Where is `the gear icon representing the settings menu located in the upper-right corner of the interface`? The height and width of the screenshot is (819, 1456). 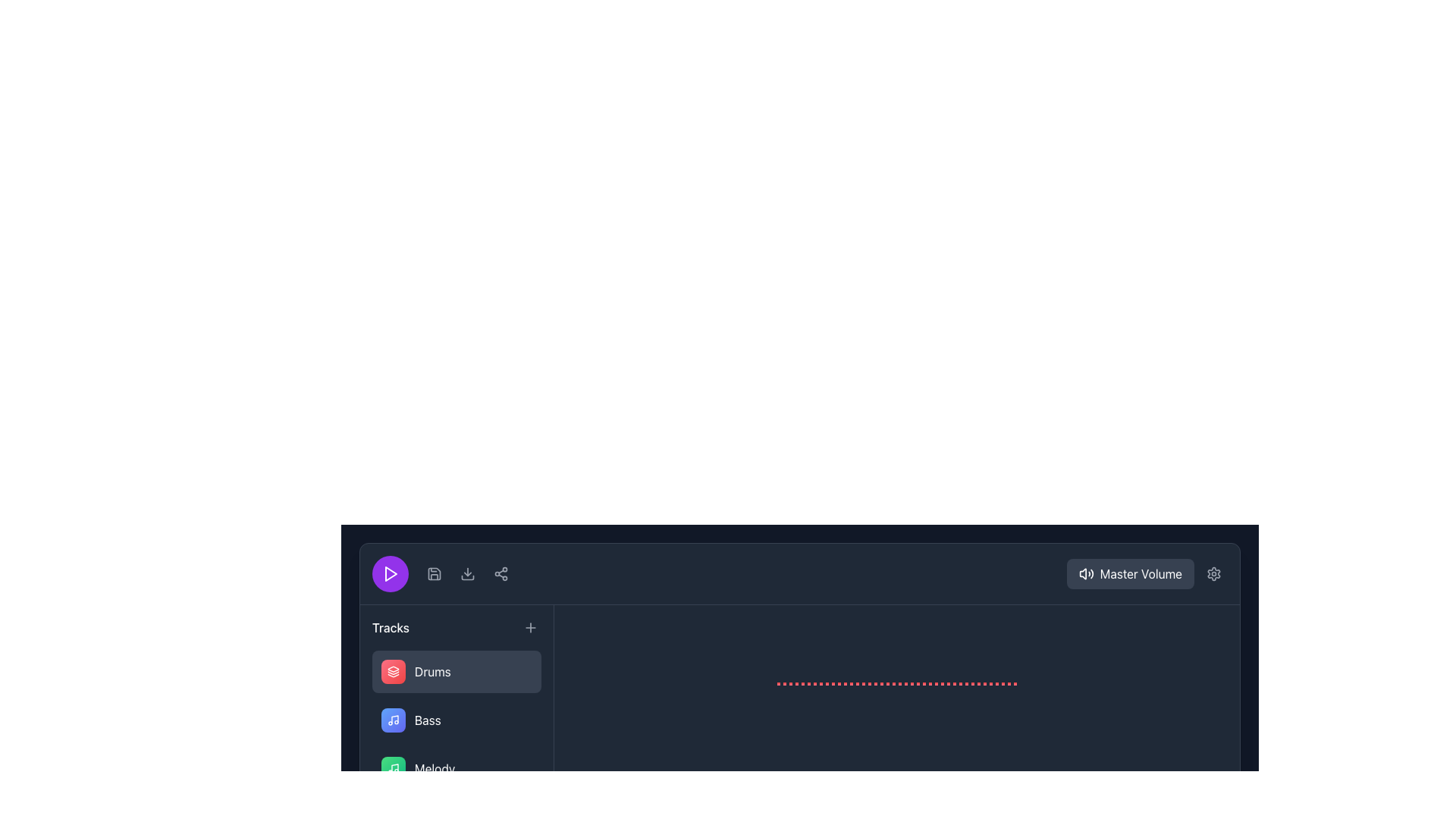
the gear icon representing the settings menu located in the upper-right corner of the interface is located at coordinates (1214, 573).